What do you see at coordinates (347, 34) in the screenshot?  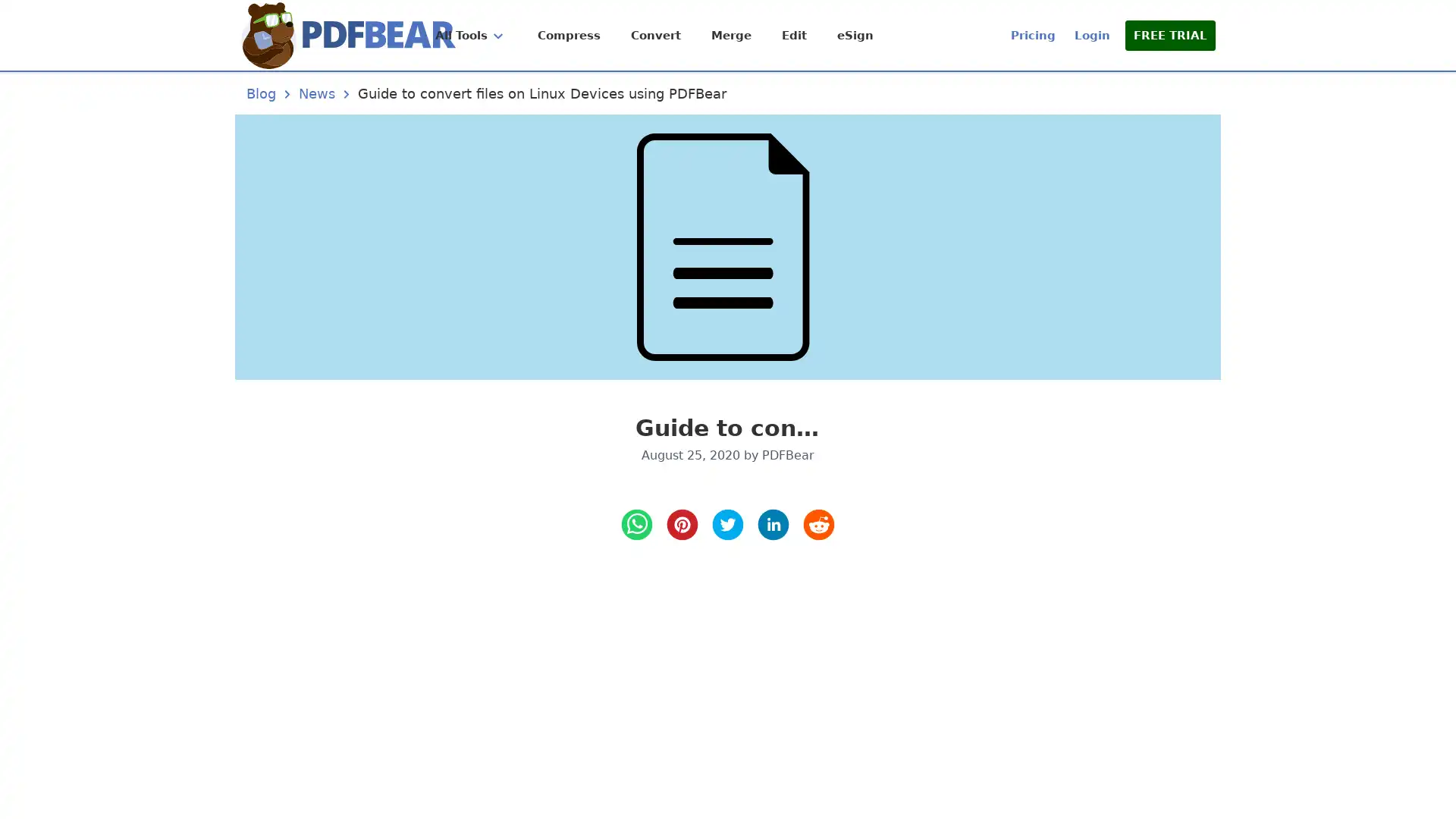 I see `Home Page` at bounding box center [347, 34].